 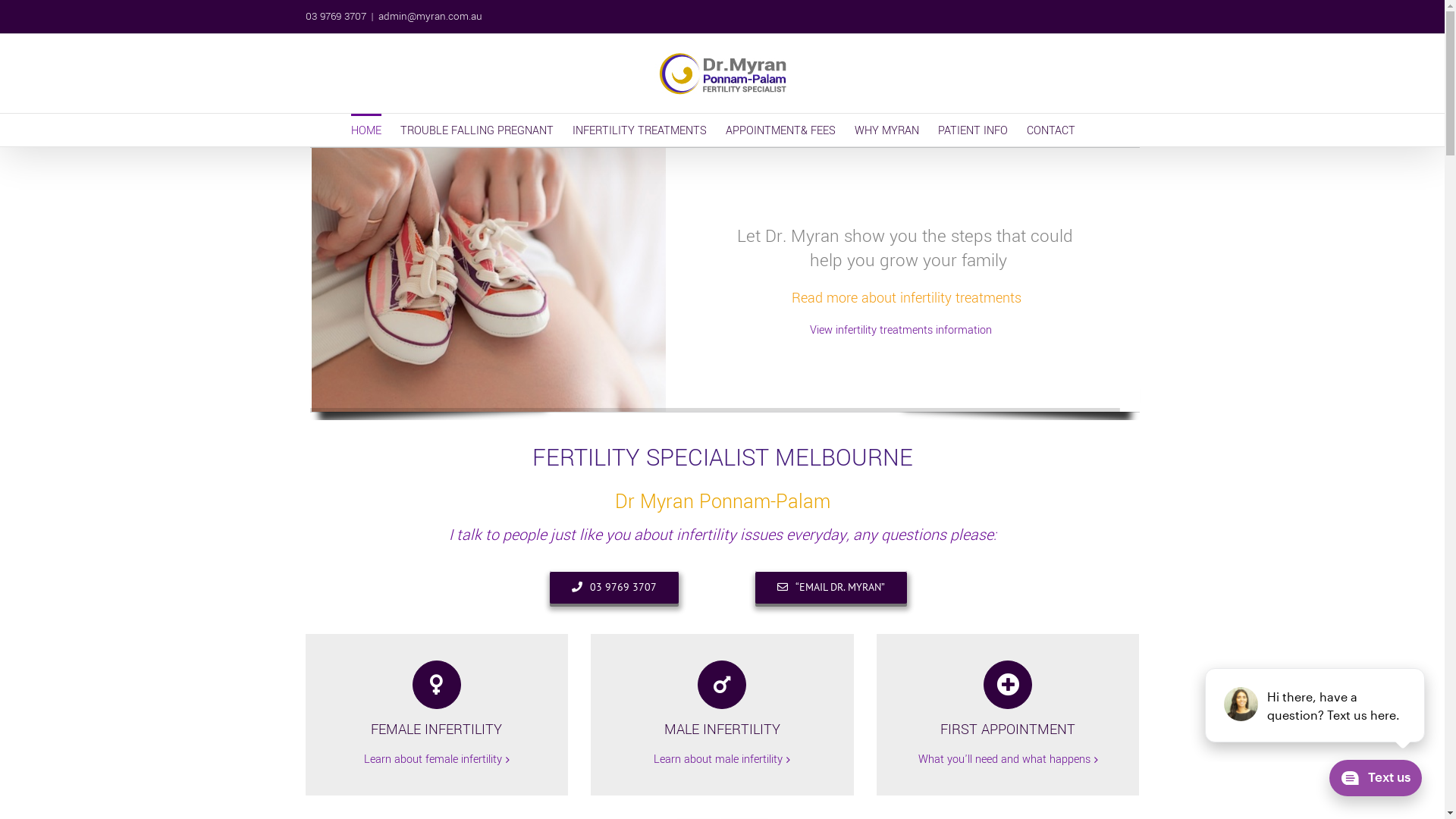 I want to click on 'Learn about female infertility', so click(x=364, y=760).